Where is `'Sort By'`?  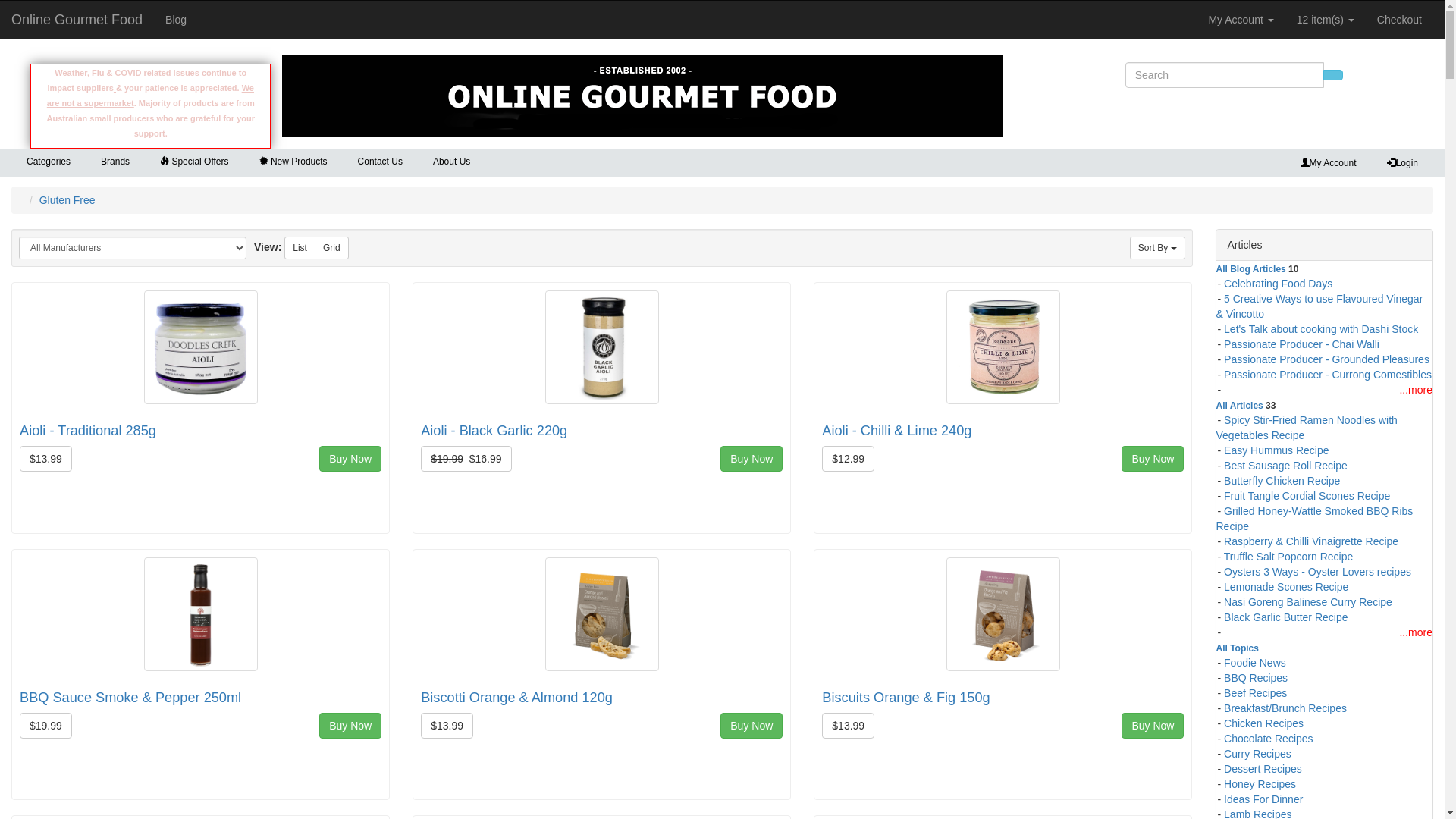 'Sort By' is located at coordinates (1156, 247).